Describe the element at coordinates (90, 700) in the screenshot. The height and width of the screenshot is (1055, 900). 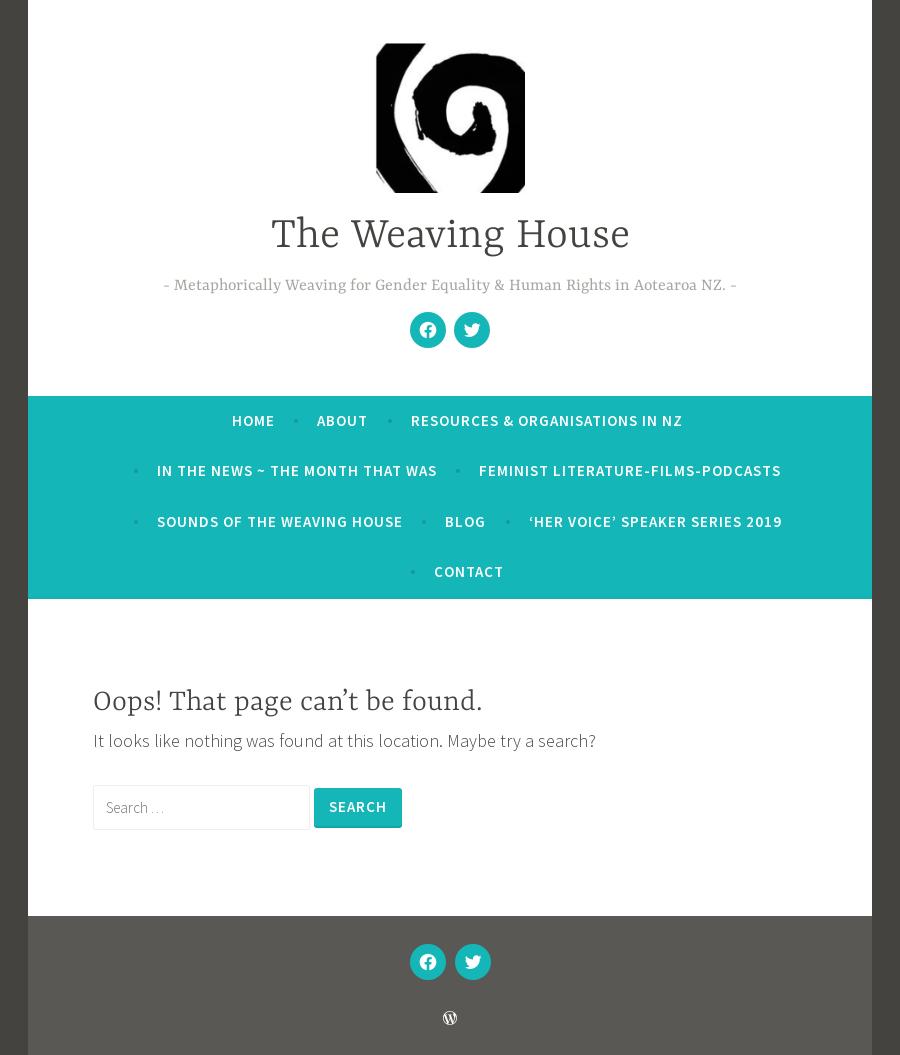
I see `'Oops! That page can’t be found.'` at that location.